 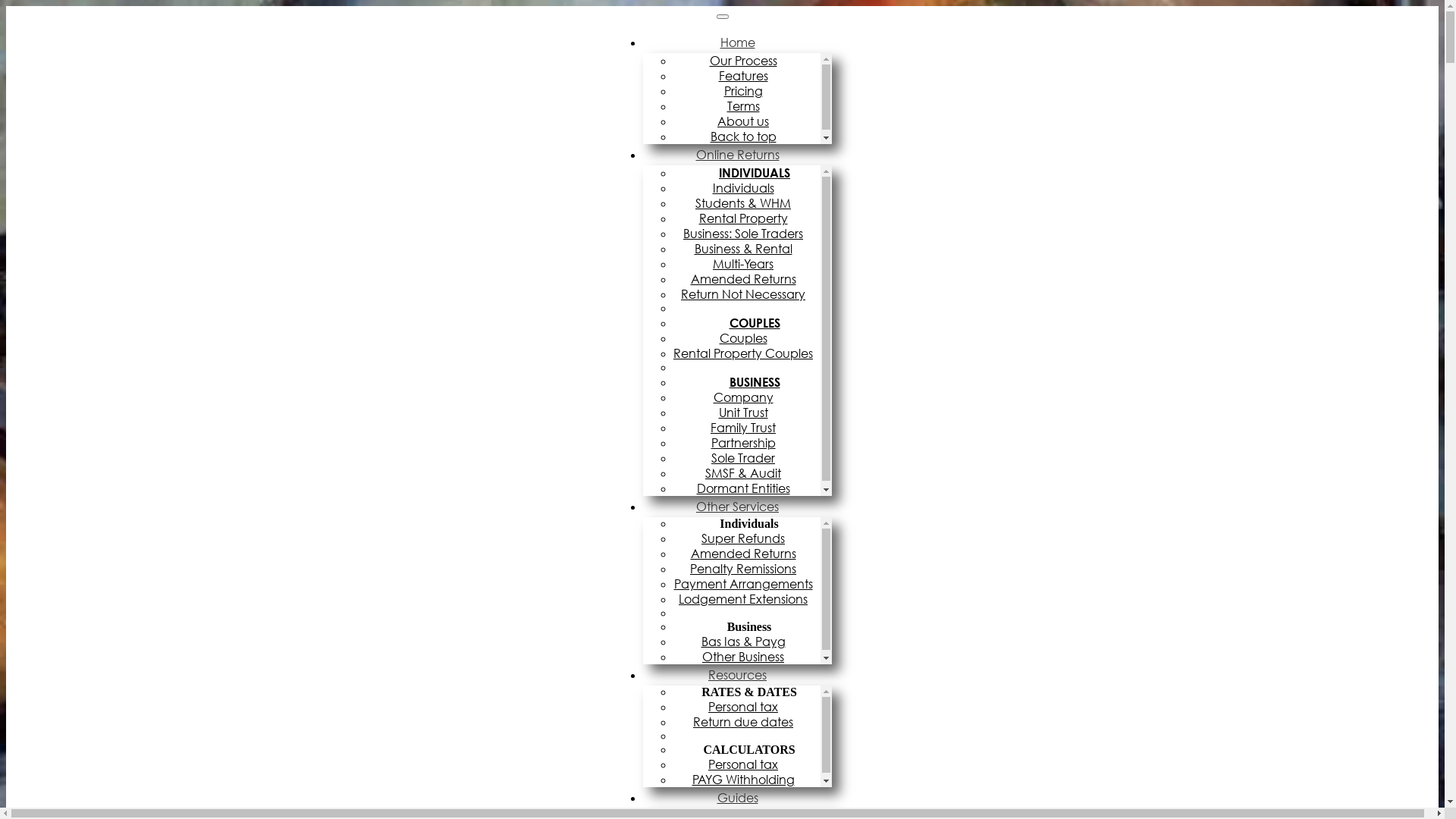 What do you see at coordinates (747, 322) in the screenshot?
I see `'COUPLES'` at bounding box center [747, 322].